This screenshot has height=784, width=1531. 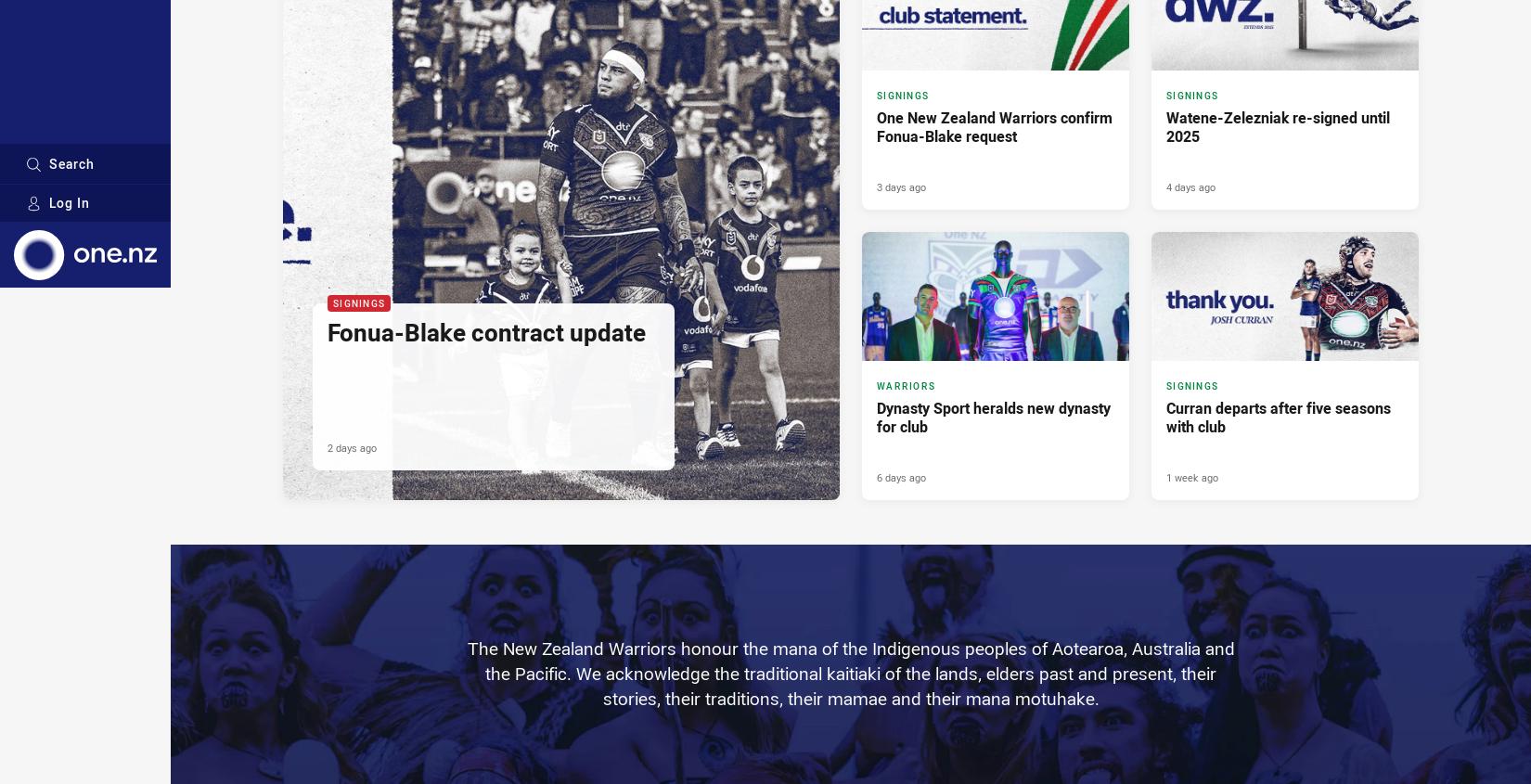 I want to click on '4 days ago', so click(x=1190, y=186).